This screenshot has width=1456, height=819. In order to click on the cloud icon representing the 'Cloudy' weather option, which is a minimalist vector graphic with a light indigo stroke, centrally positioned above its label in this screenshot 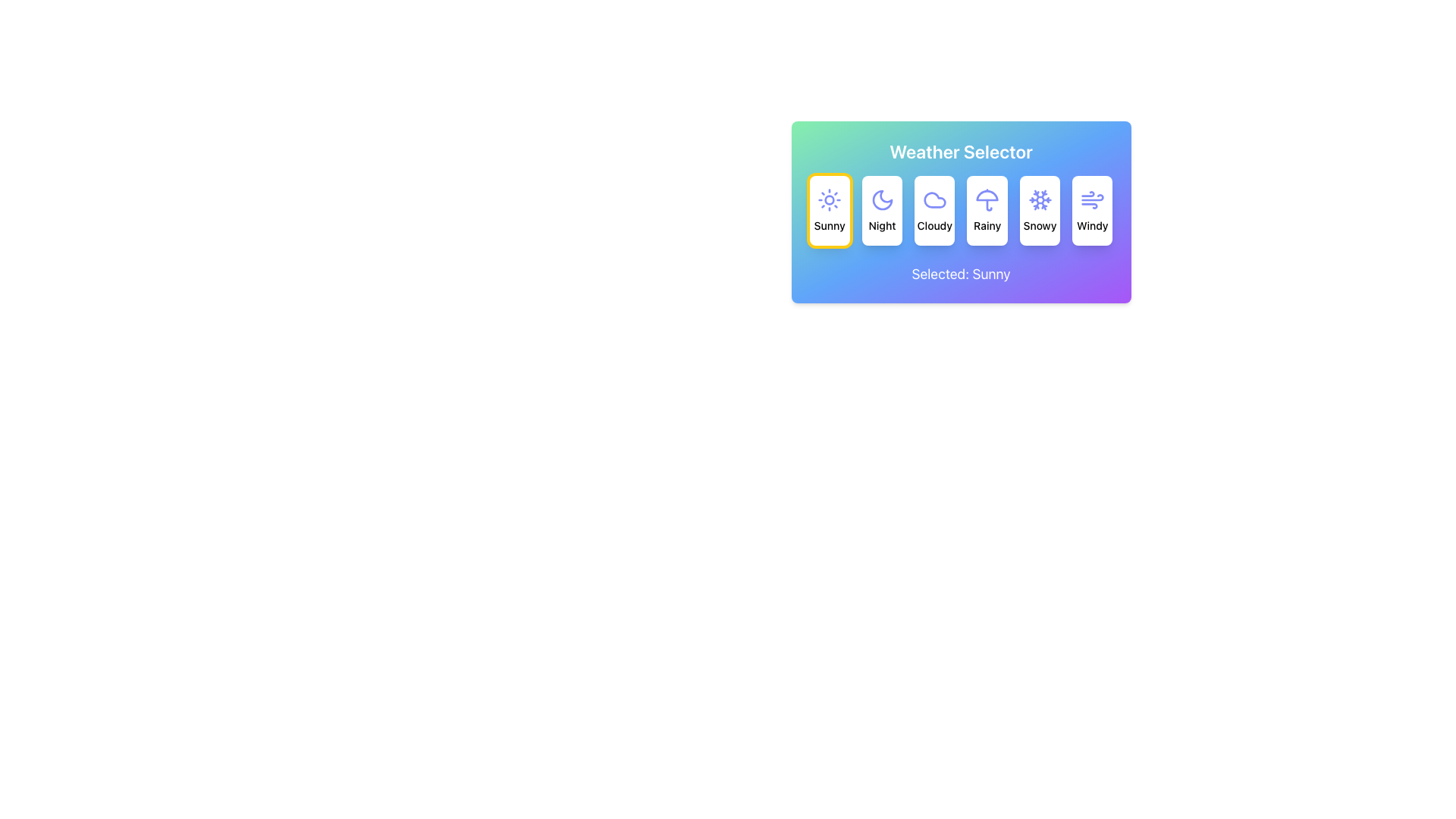, I will do `click(934, 199)`.